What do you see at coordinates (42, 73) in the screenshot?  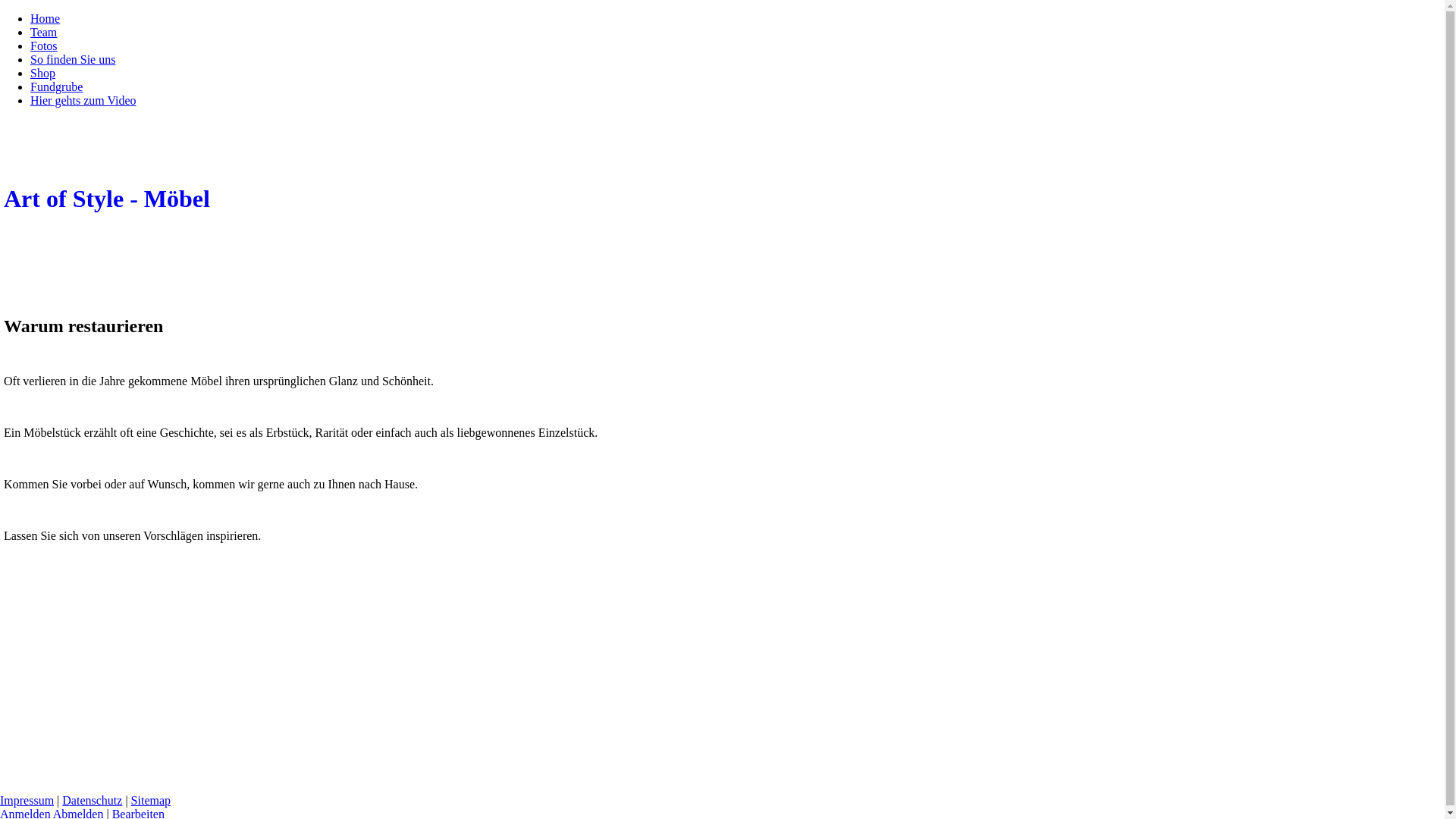 I see `'Shop'` at bounding box center [42, 73].